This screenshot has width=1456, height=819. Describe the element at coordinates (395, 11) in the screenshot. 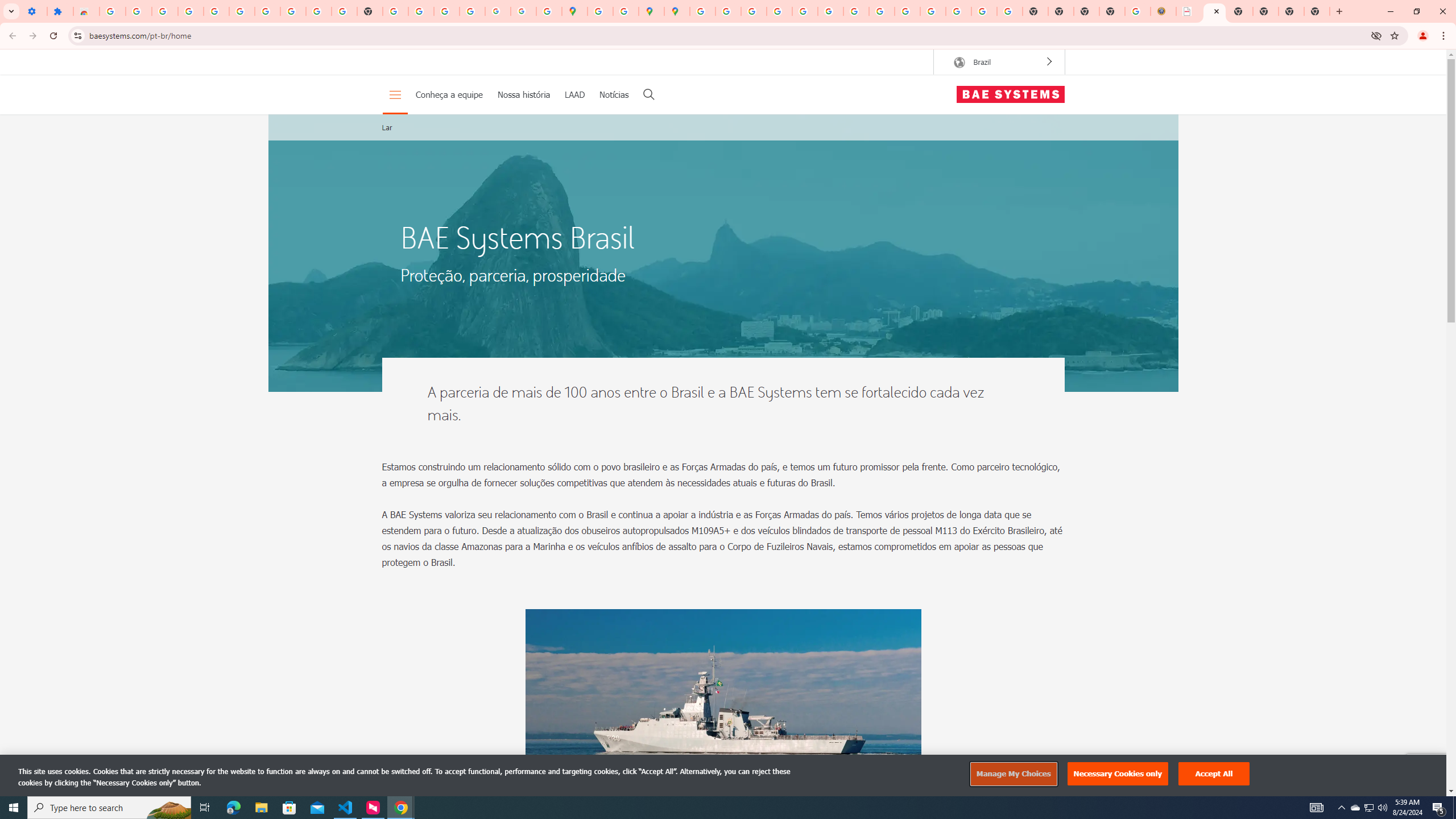

I see `'https://scholar.google.com/'` at that location.